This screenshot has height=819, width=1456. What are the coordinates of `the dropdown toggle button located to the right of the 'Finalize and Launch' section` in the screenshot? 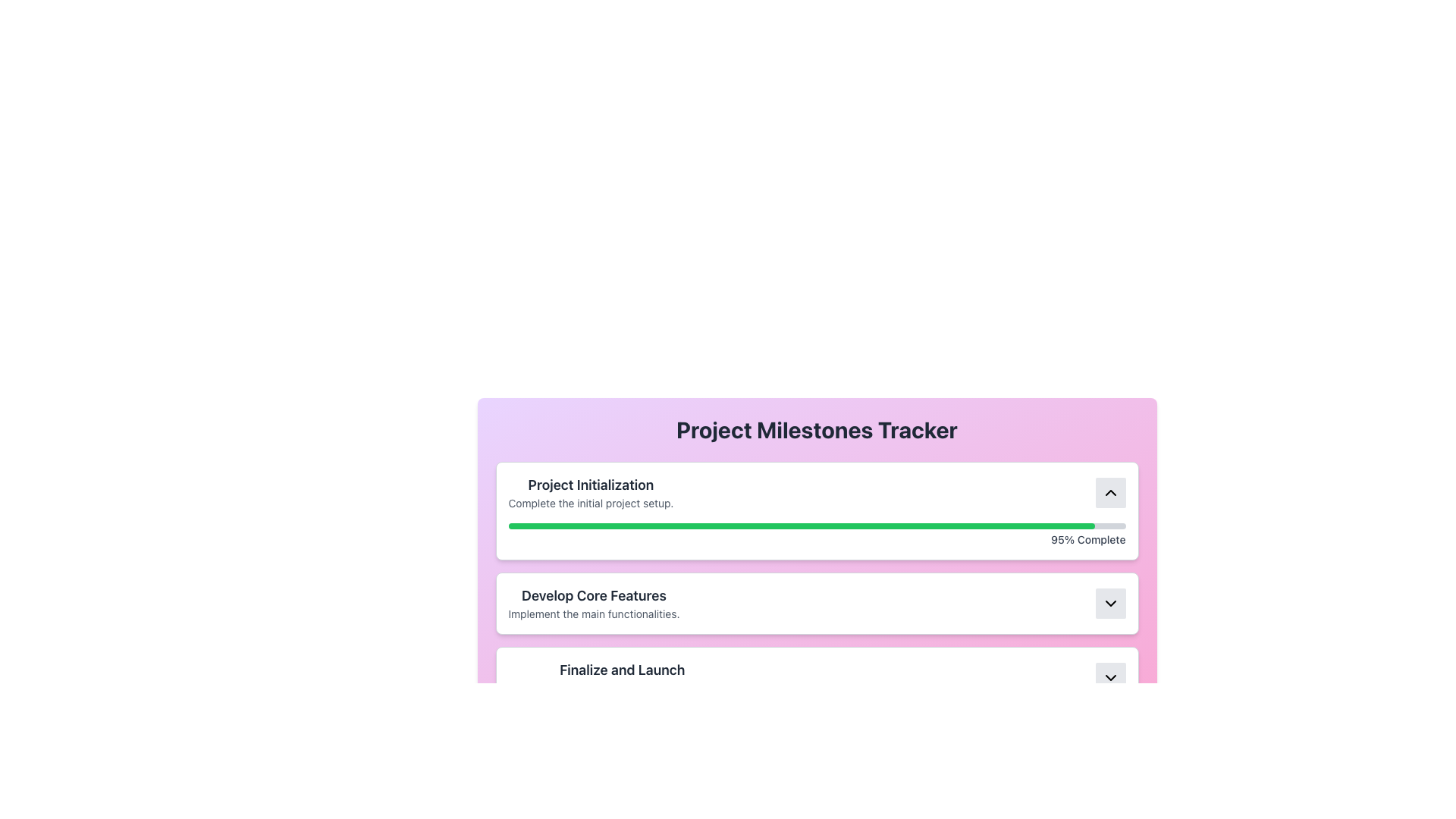 It's located at (1110, 677).